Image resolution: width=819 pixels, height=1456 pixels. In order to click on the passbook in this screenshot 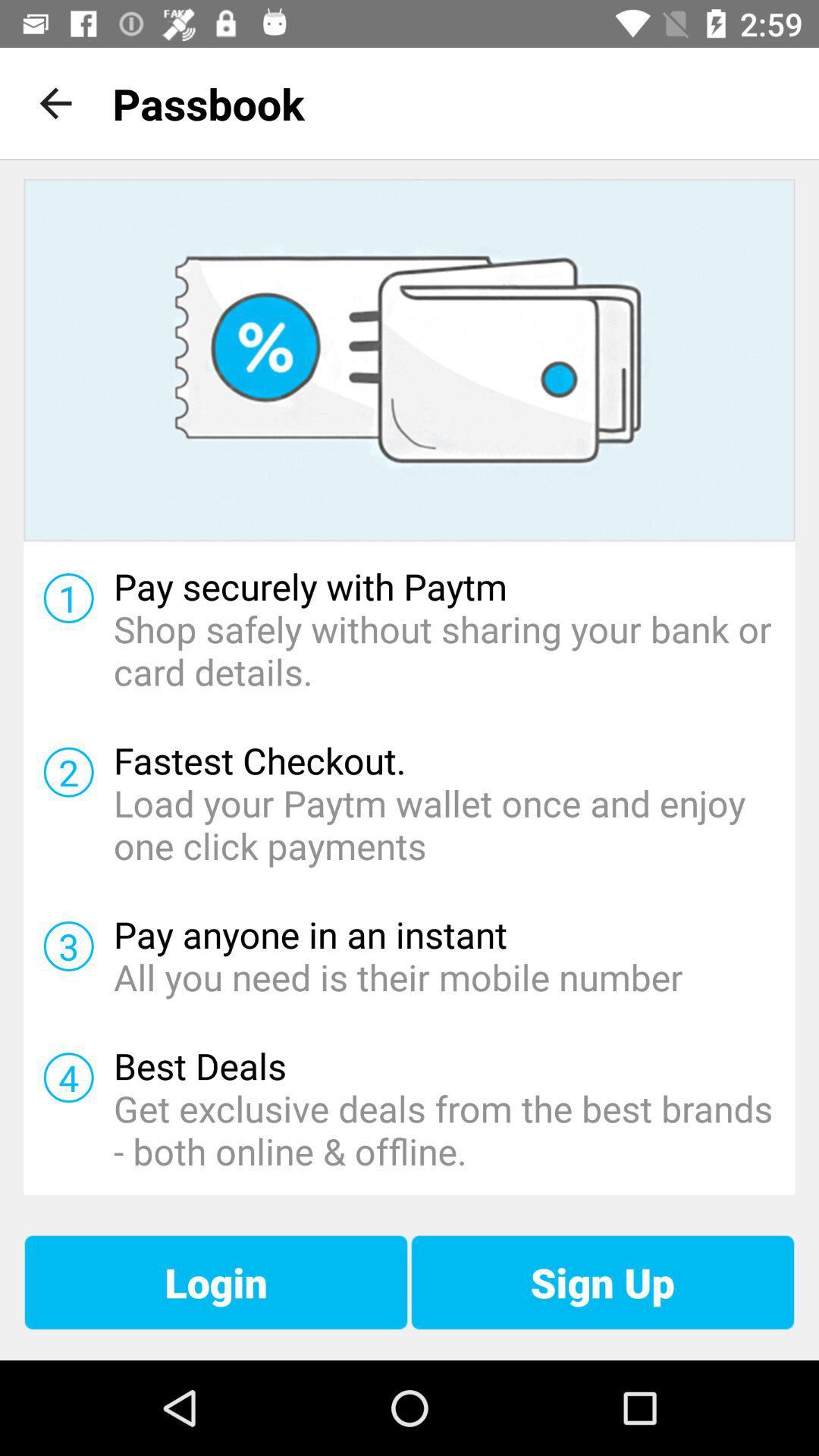, I will do `click(209, 102)`.